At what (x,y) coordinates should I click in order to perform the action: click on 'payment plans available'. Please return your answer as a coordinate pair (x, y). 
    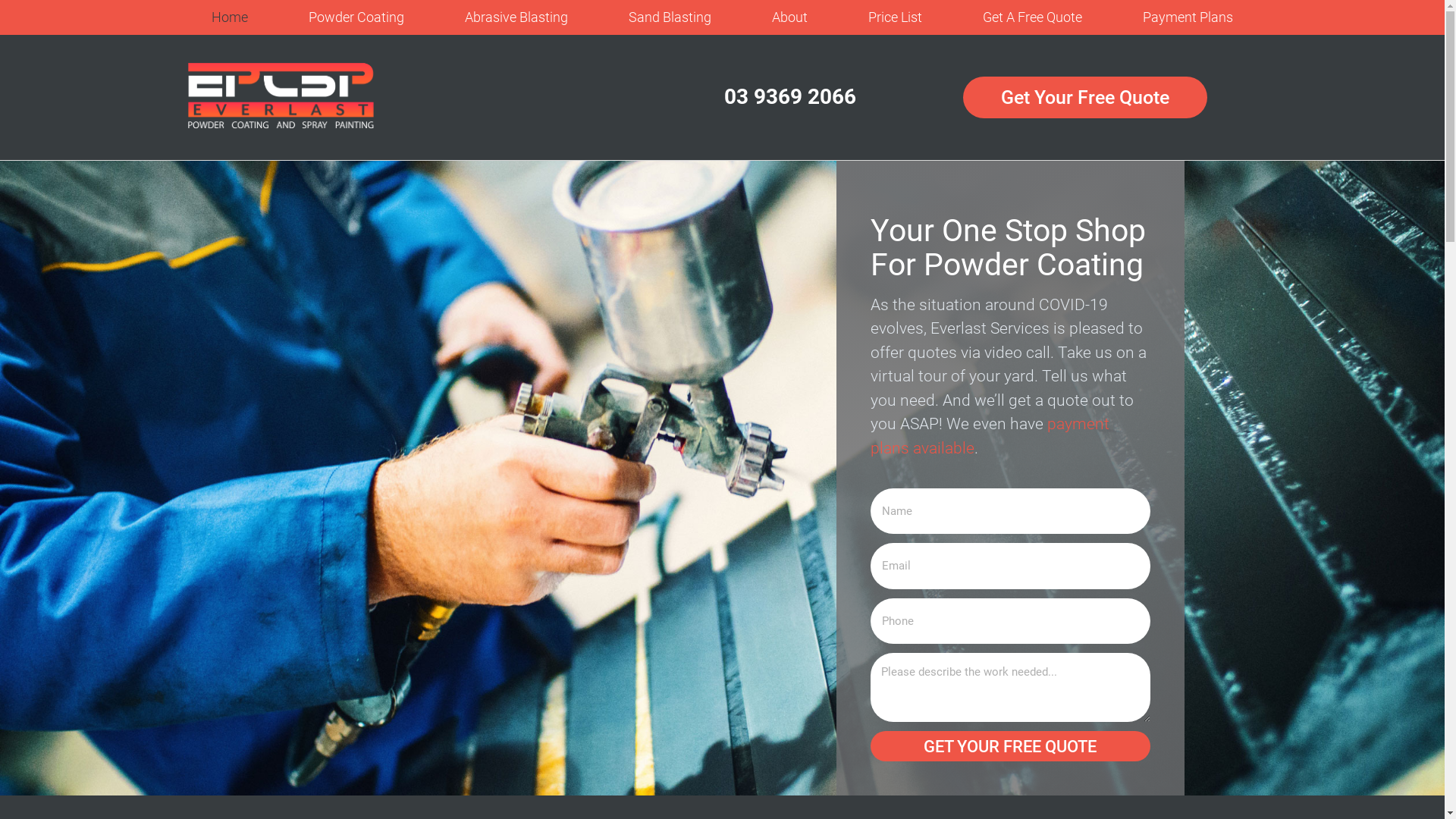
    Looking at the image, I should click on (990, 435).